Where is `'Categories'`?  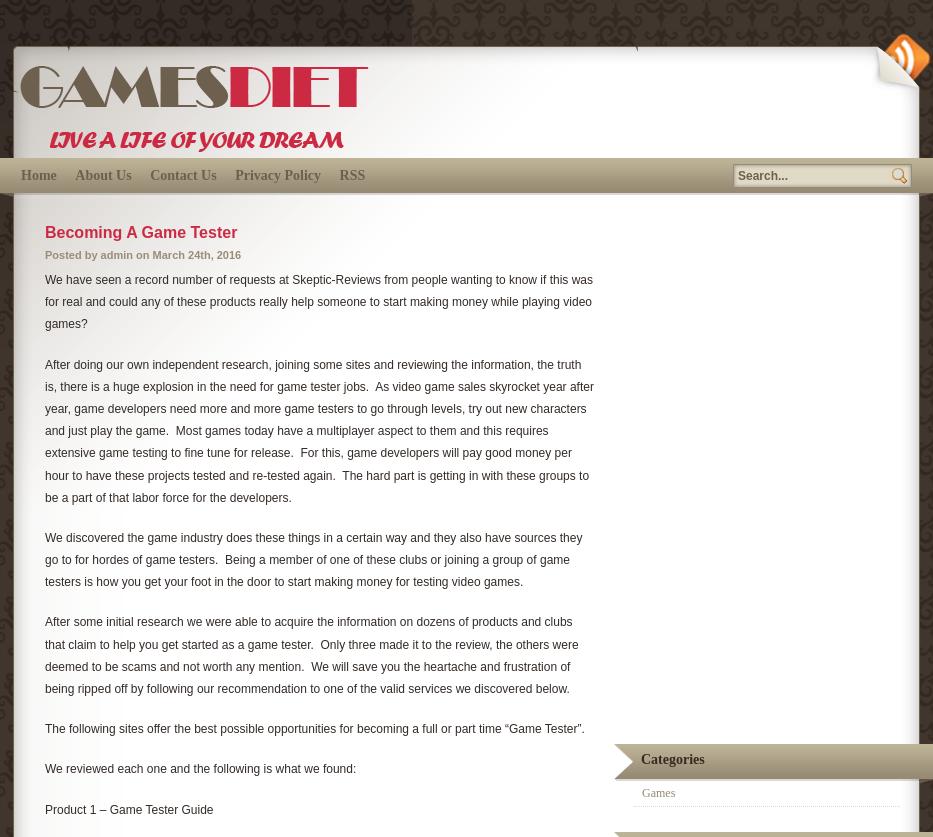
'Categories' is located at coordinates (671, 758).